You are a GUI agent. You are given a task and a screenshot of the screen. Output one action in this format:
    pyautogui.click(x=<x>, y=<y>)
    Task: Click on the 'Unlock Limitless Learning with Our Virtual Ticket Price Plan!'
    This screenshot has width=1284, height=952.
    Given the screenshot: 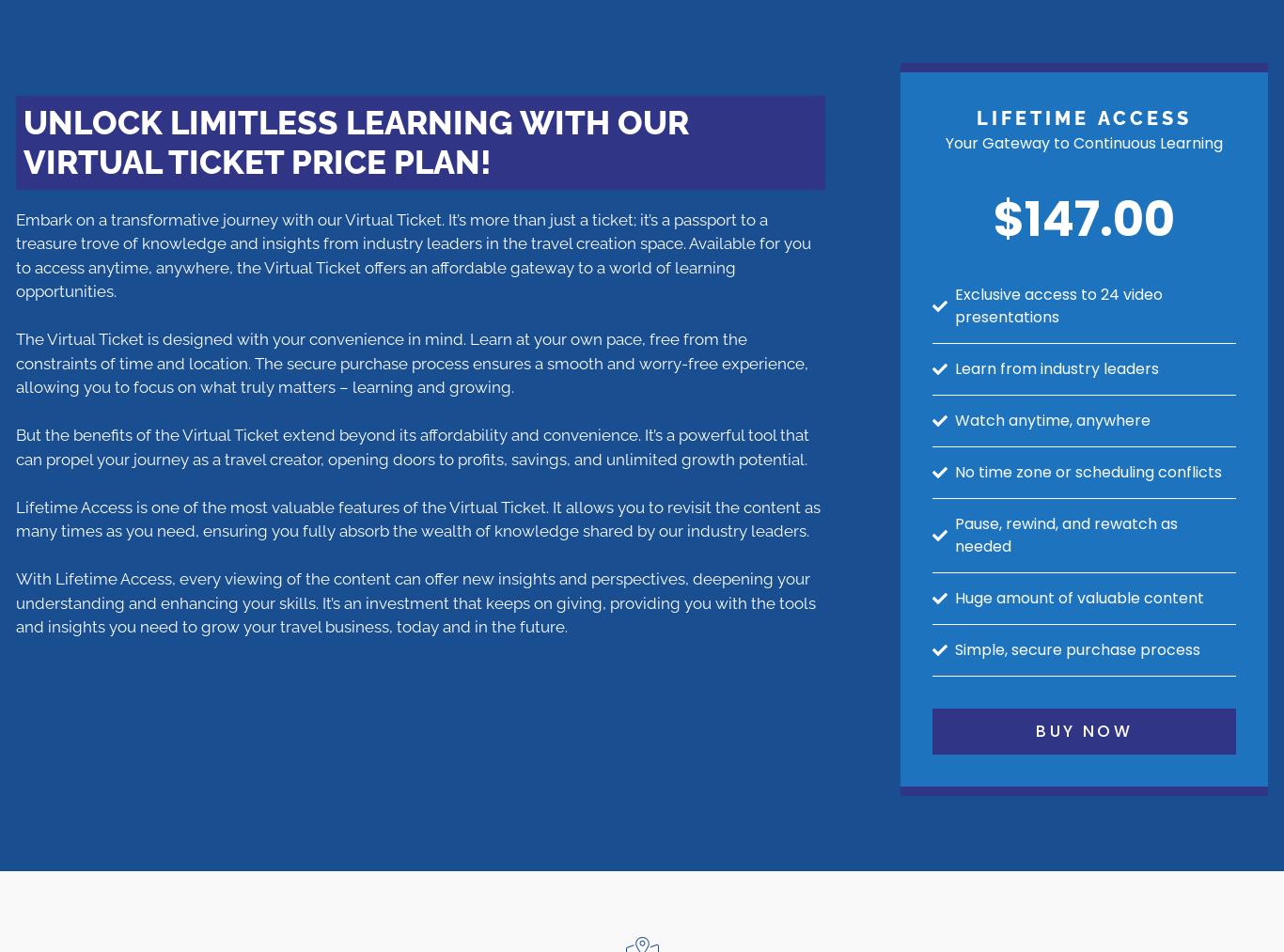 What is the action you would take?
    pyautogui.click(x=23, y=141)
    